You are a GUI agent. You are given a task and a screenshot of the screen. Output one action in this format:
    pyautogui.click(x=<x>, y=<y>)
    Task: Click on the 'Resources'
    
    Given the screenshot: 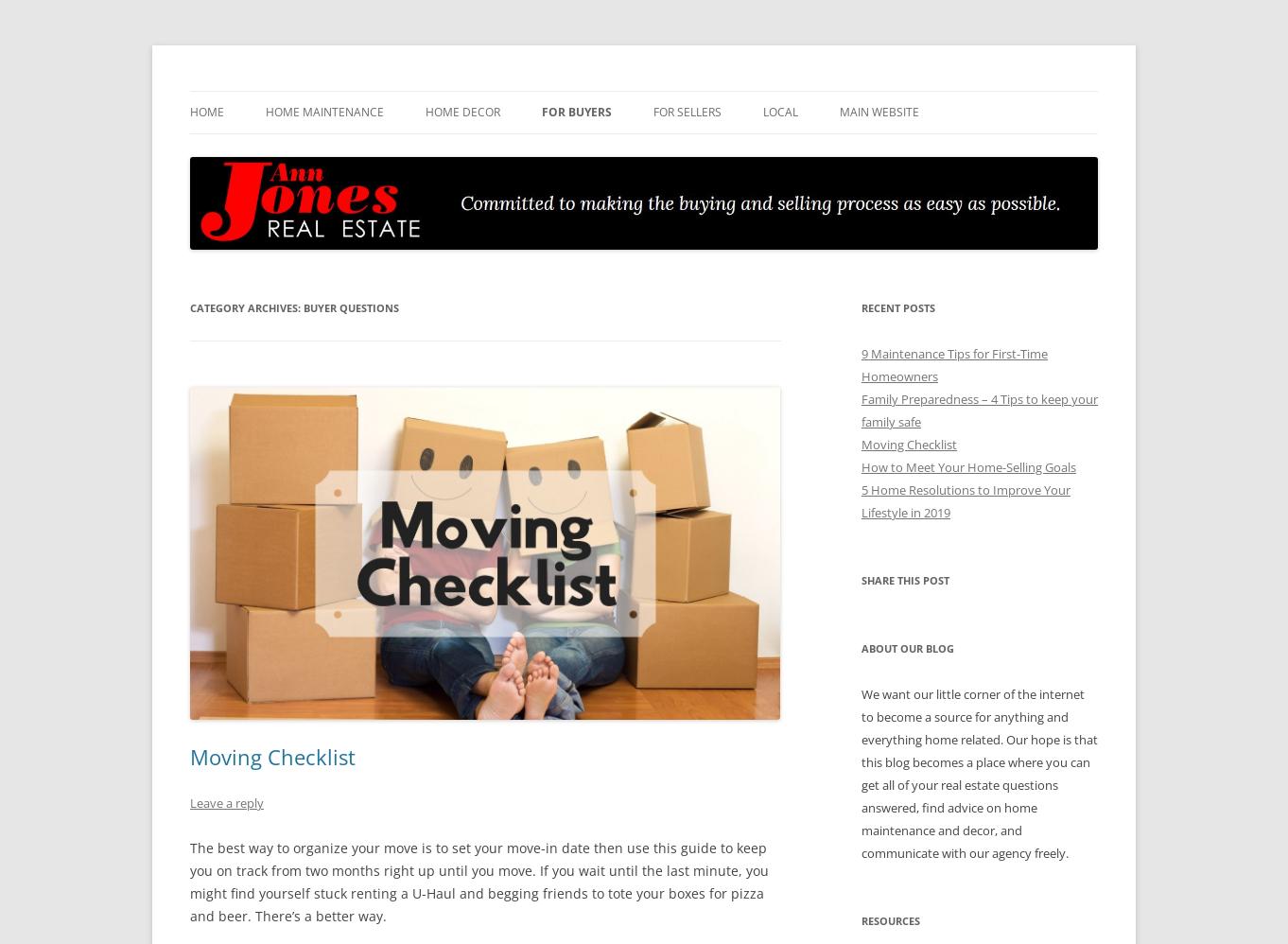 What is the action you would take?
    pyautogui.click(x=889, y=919)
    